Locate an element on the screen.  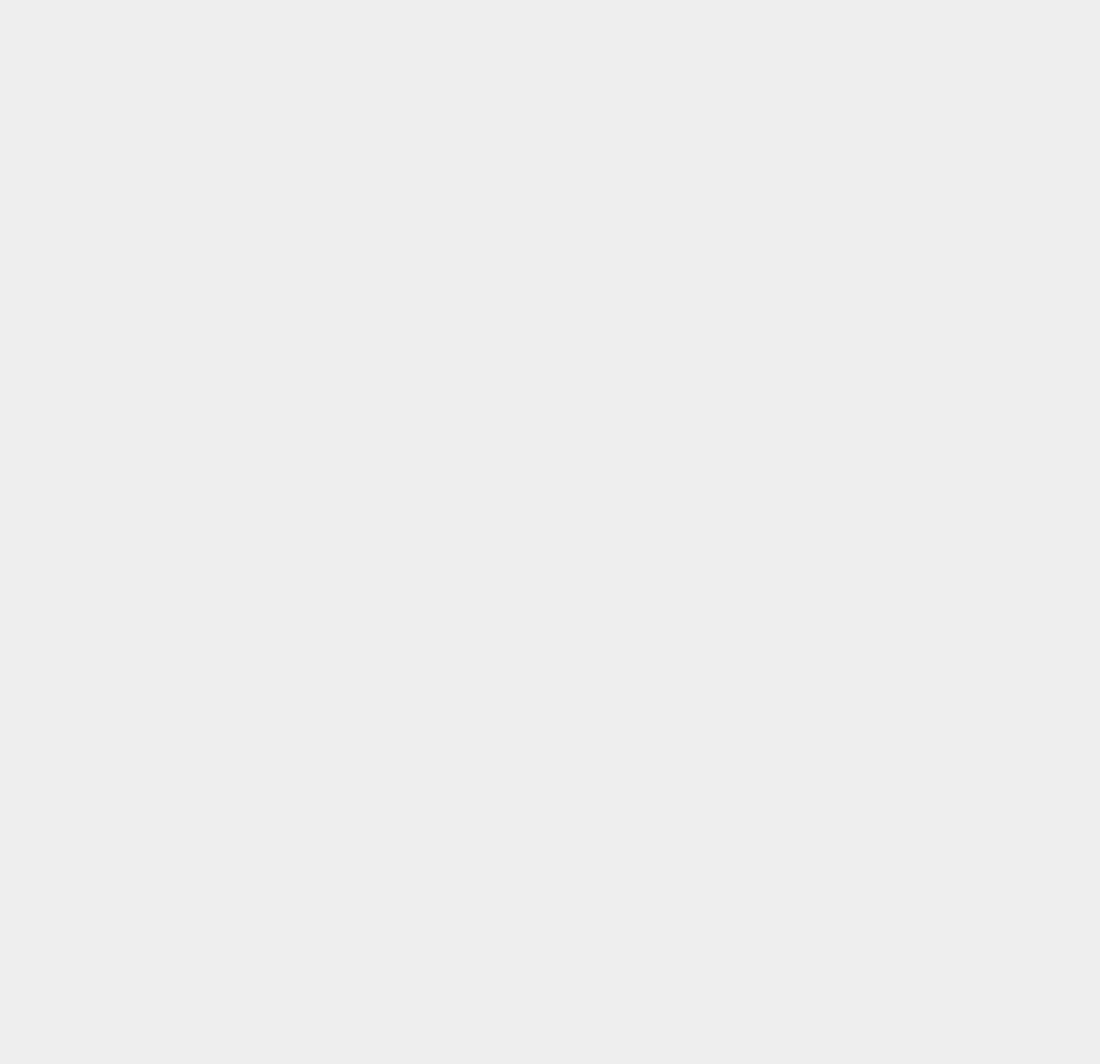
'Firefox Add-Ons' is located at coordinates (778, 869).